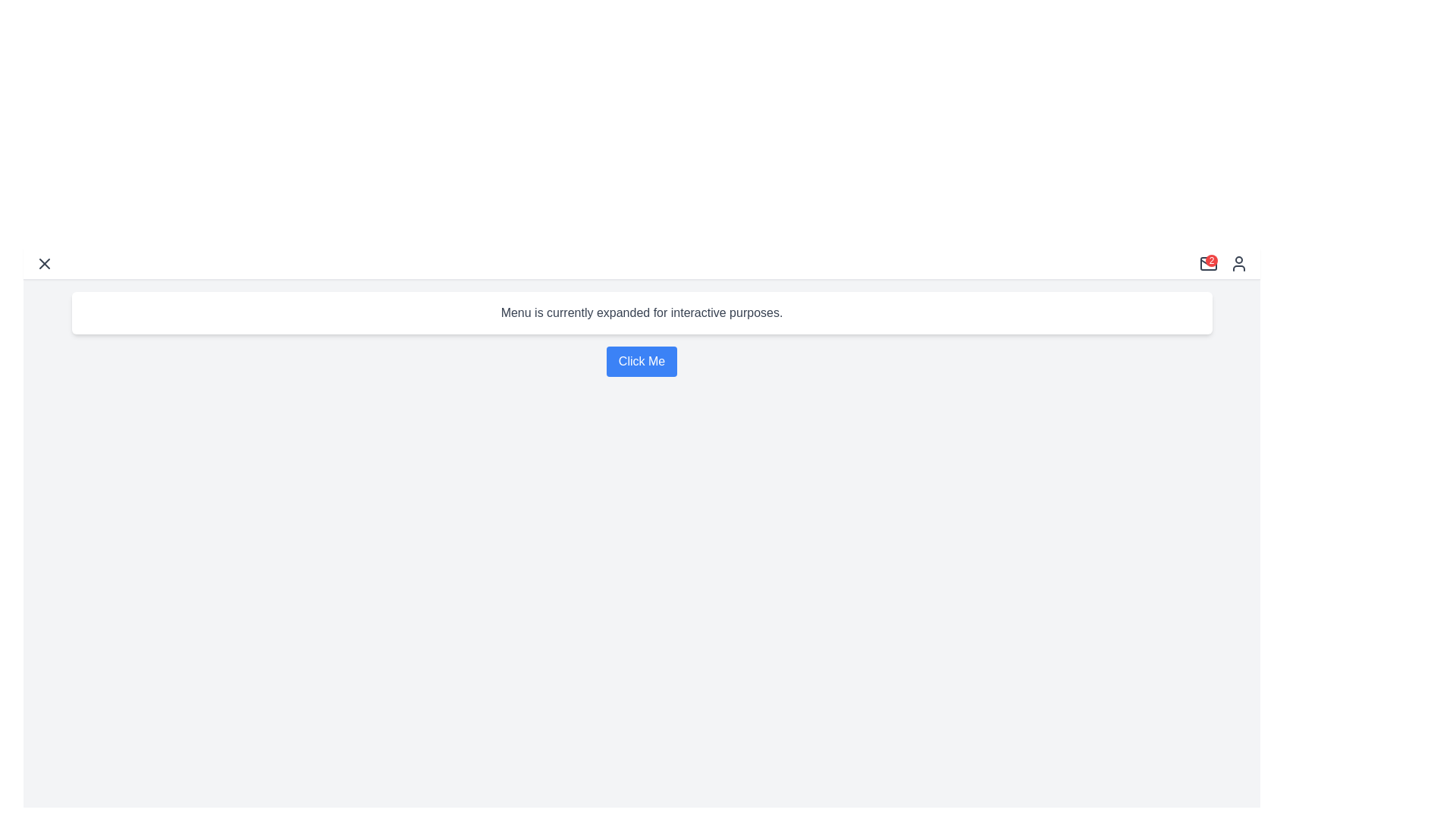 The height and width of the screenshot is (819, 1456). What do you see at coordinates (1238, 262) in the screenshot?
I see `the user profile SVG icon located at the rightmost end of the top navigation bar` at bounding box center [1238, 262].